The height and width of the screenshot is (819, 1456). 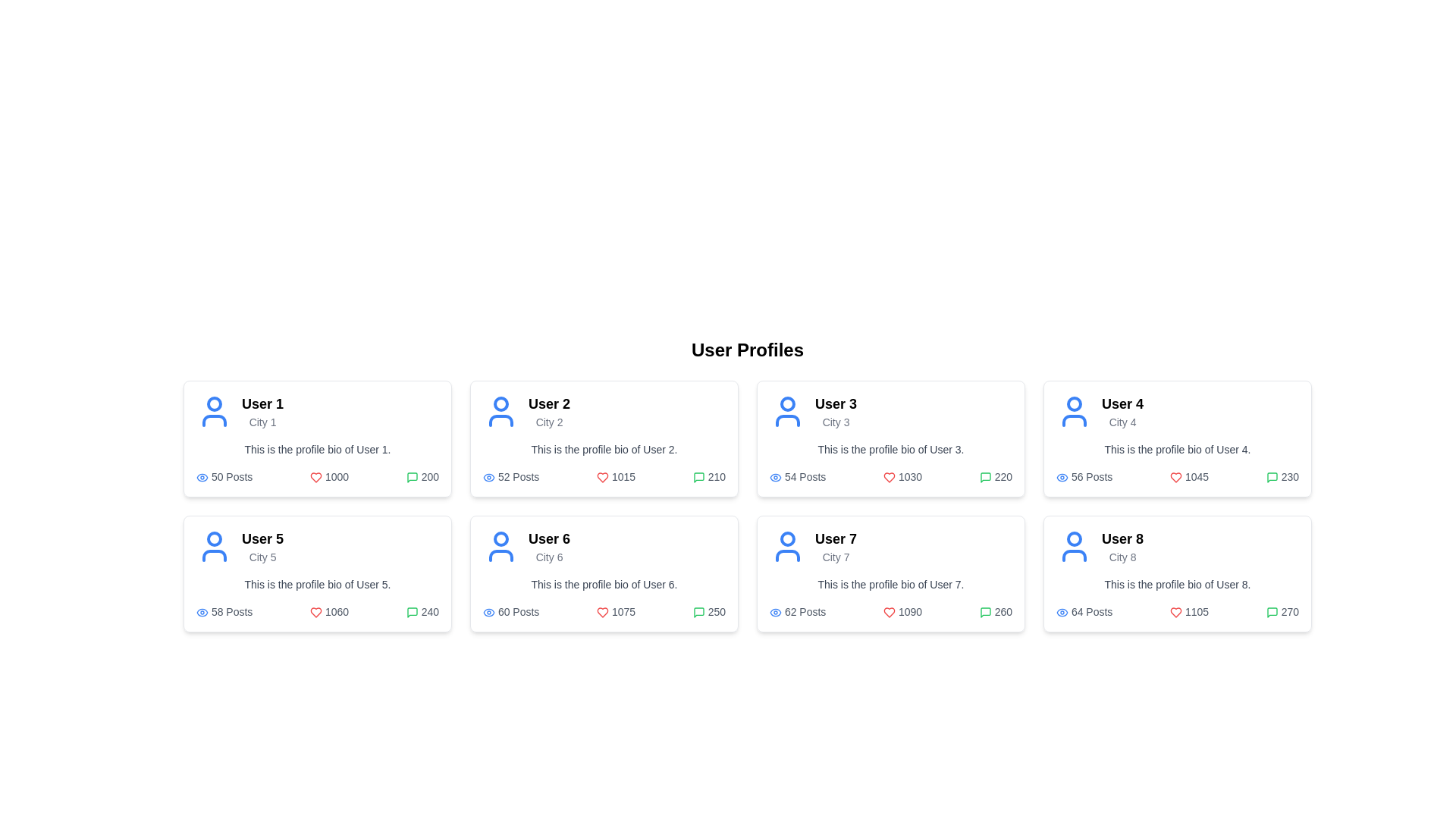 I want to click on the green speech bubble icon located within the profile card of 'User 2', situated next to the numerical comment count, so click(x=698, y=478).